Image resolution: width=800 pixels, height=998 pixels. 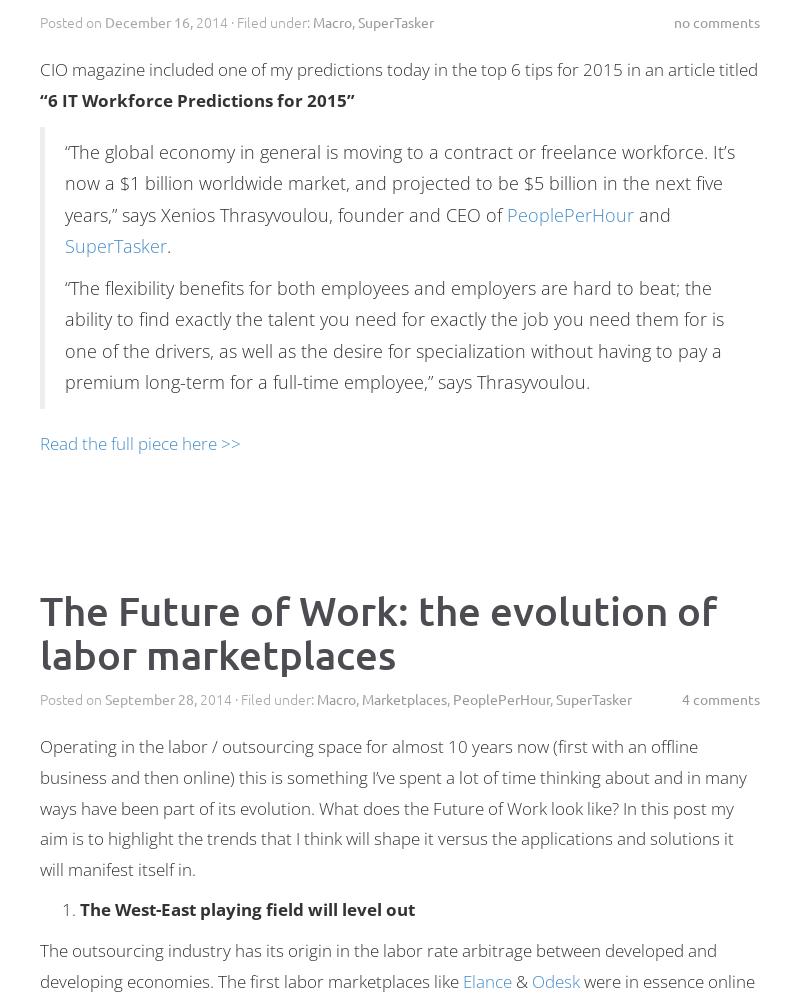 What do you see at coordinates (393, 334) in the screenshot?
I see `'“The flexibility benefits for both employees and employers are hard to beat; the ability to find exactly the talent you need for exactly the job you need them for is one of the drivers, as well as the desire for specialization without having to pay a premium long-term for a full-time employee,” says Thrasyvoulou.'` at bounding box center [393, 334].